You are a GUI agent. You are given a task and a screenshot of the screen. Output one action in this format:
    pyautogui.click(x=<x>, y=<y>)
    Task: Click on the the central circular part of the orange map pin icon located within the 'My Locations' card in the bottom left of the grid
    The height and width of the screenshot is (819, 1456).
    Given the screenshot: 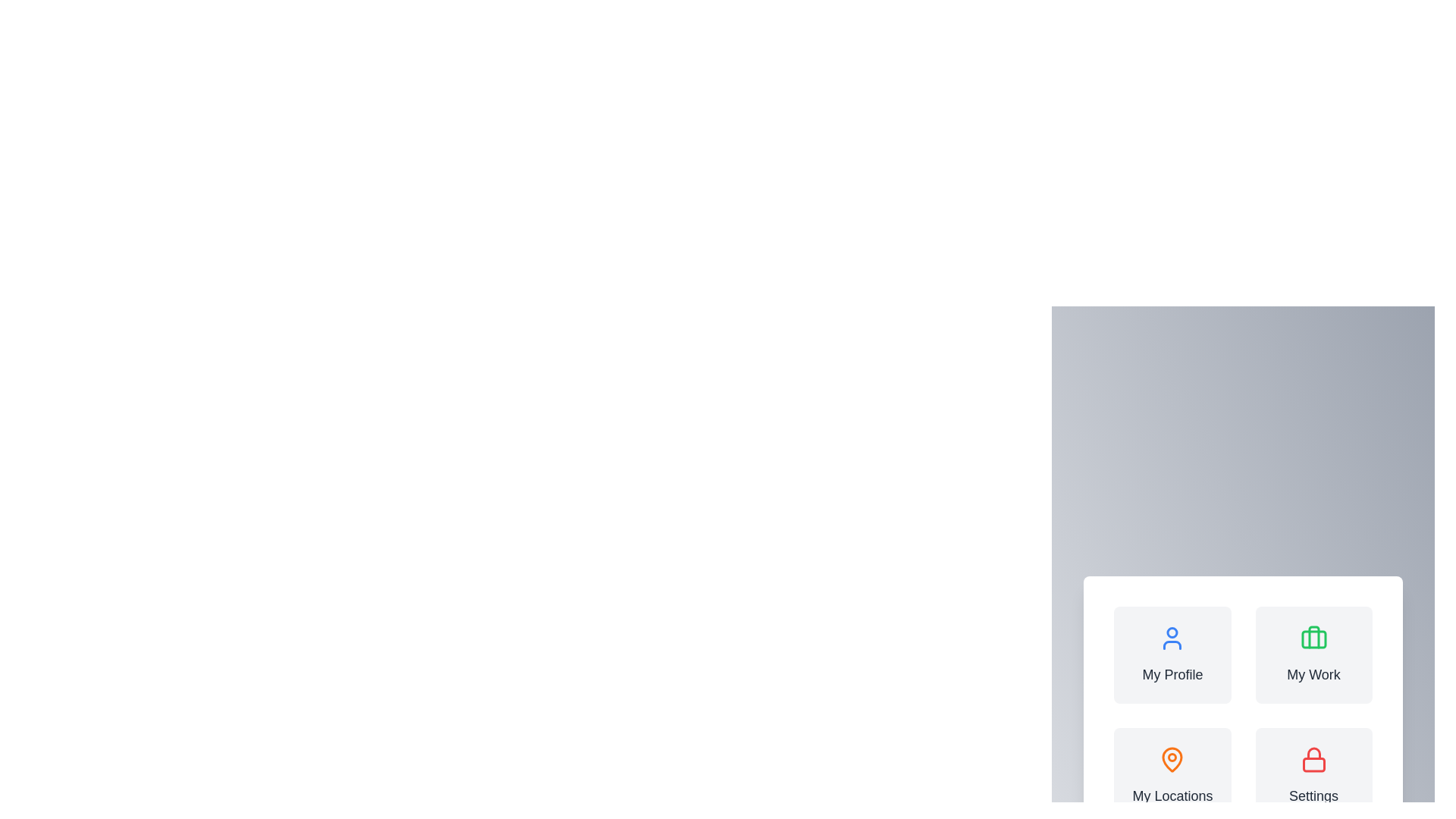 What is the action you would take?
    pyautogui.click(x=1172, y=758)
    